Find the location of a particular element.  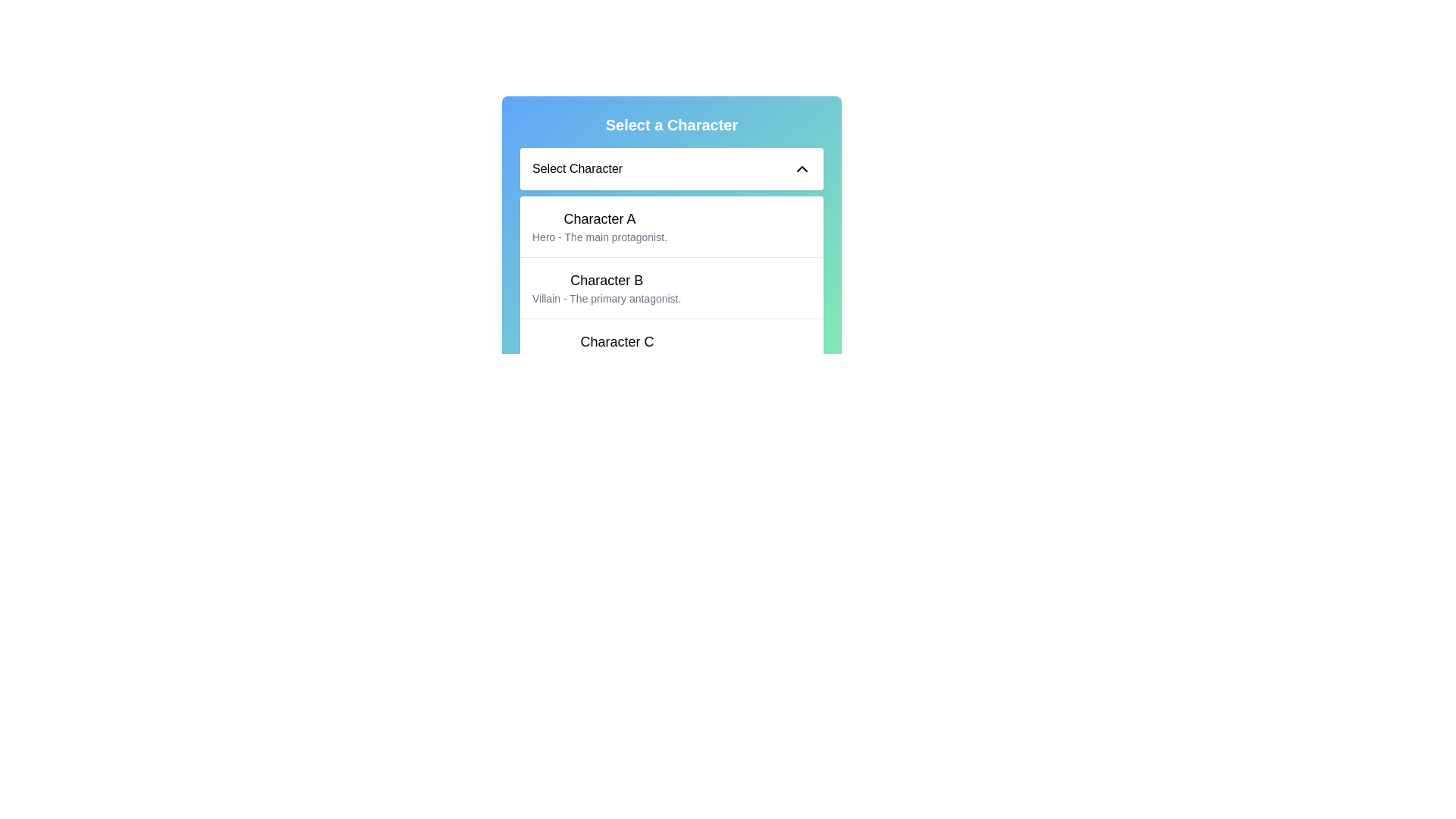

to select the dropdown list item displaying 'Character C' which is the third item under 'Select a Character' is located at coordinates (671, 348).